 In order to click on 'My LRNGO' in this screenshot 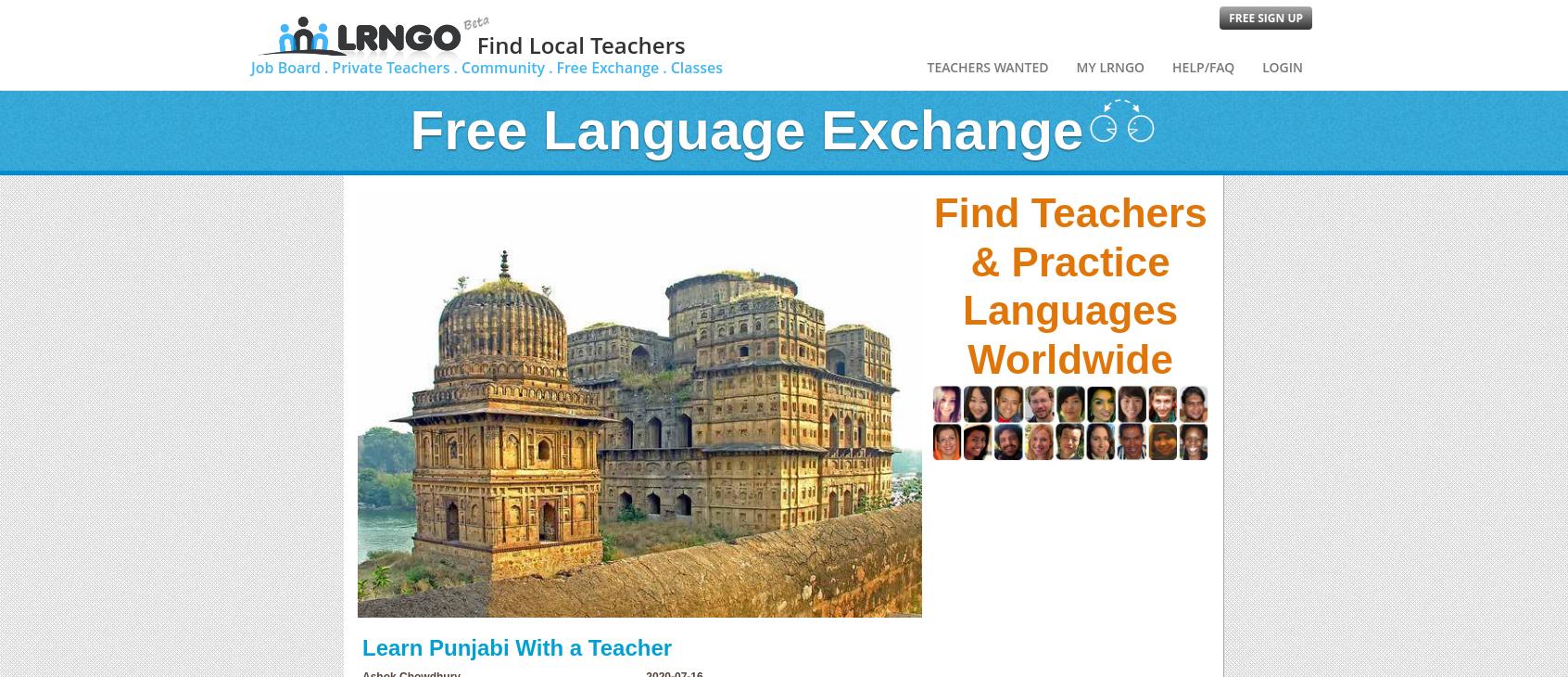, I will do `click(1108, 66)`.